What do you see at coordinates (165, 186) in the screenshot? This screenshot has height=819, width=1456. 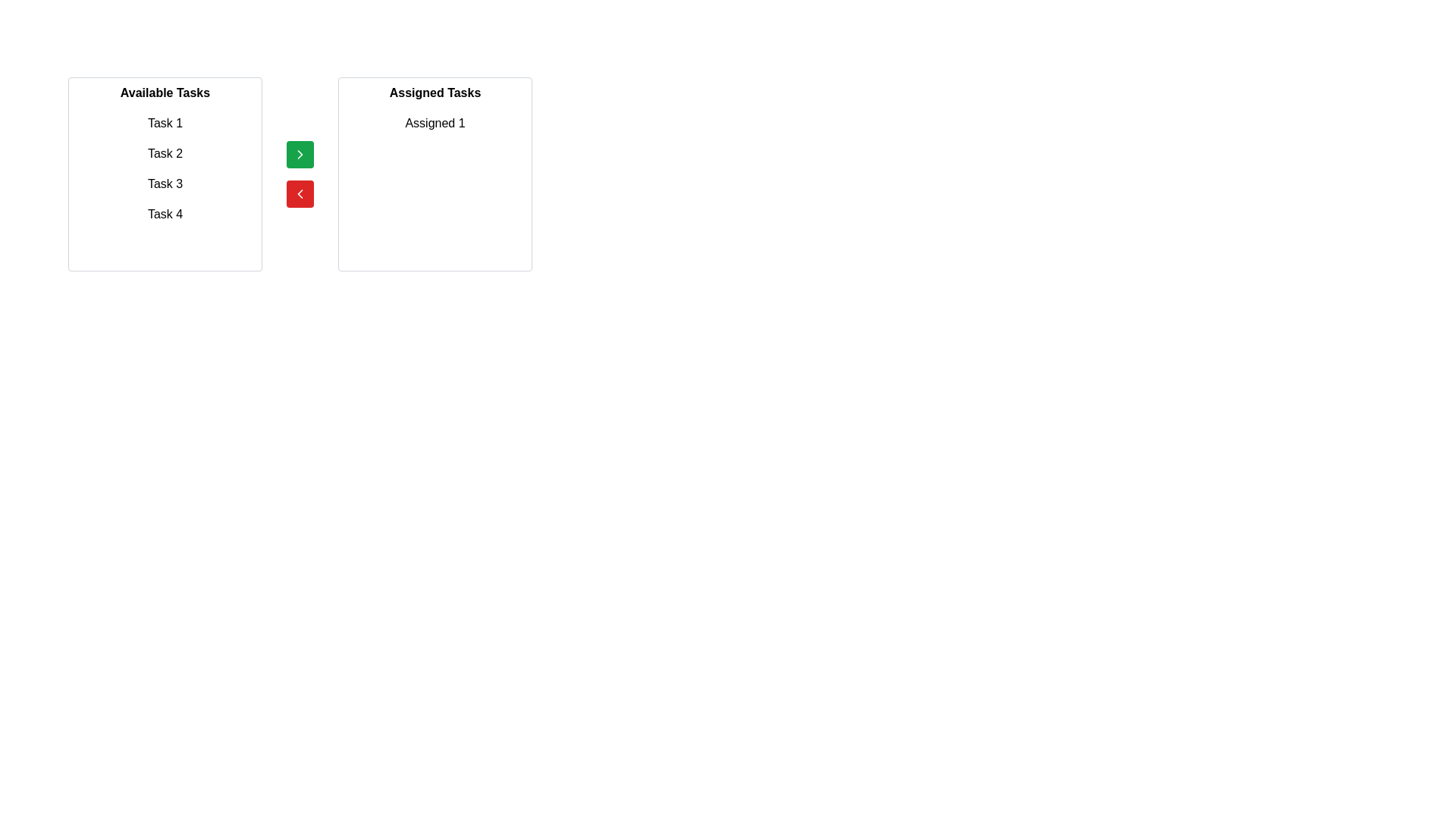 I see `the Scrollable List displaying available tasks located below the 'Available Tasks' header` at bounding box center [165, 186].